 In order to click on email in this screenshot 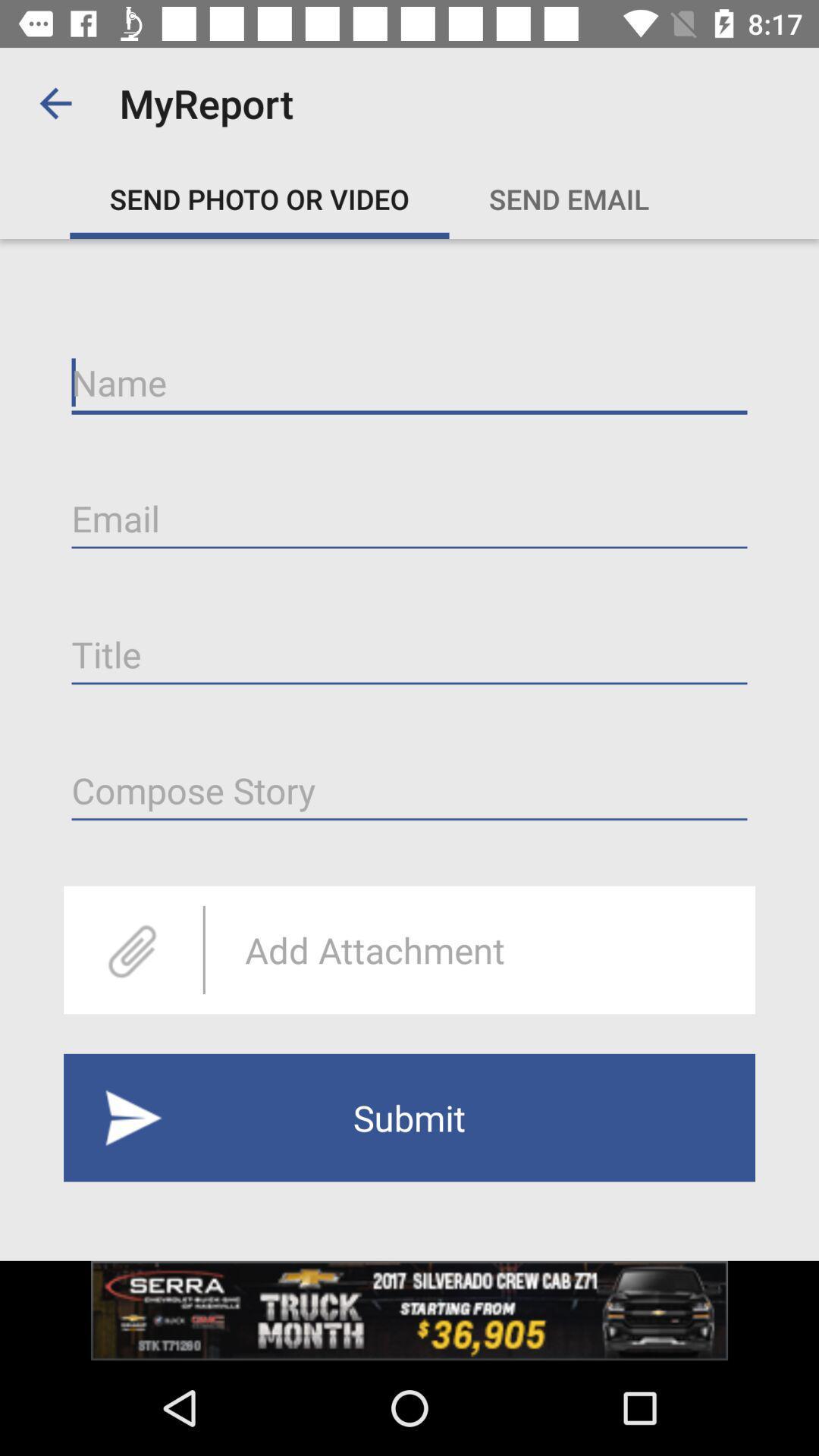, I will do `click(409, 519)`.